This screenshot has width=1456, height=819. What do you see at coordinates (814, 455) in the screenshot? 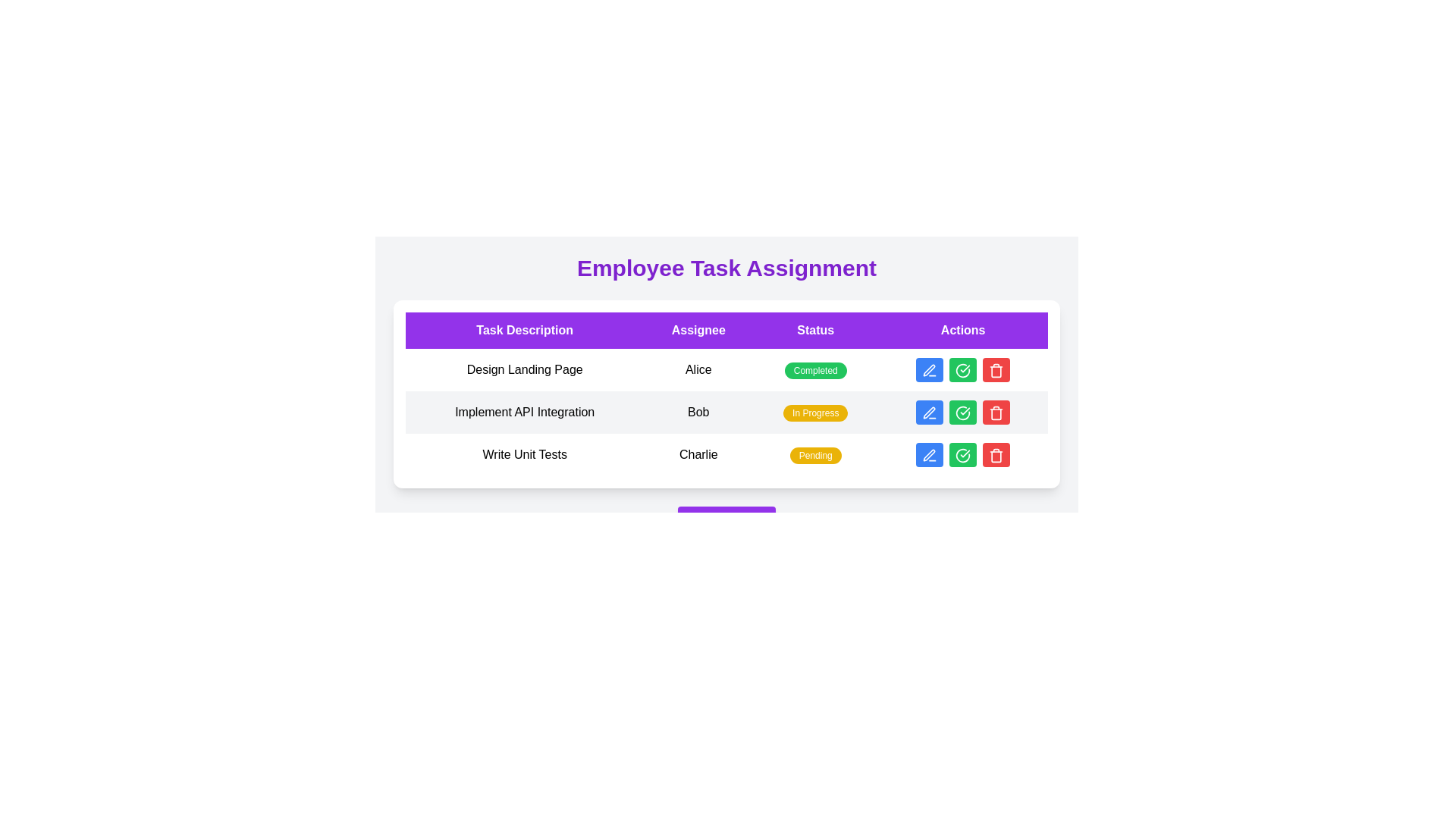
I see `the 'Pending' badge with a yellow background located in the 'Status' column of the third row corresponding to the task 'Write Unit Tests' assigned to 'Charlie'` at bounding box center [814, 455].